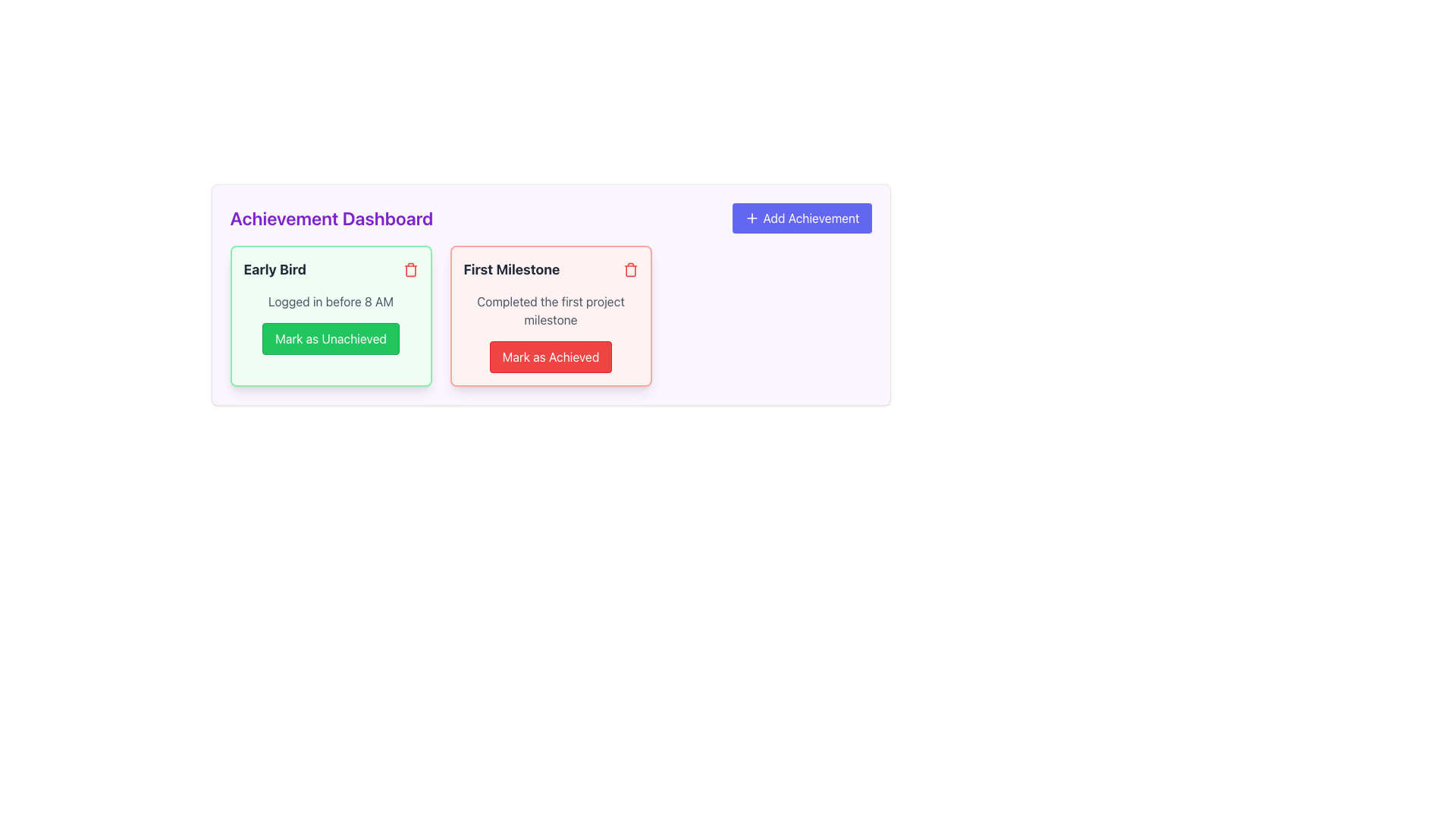 The image size is (1456, 819). I want to click on the icon within the blue 'Add Achievement' button located in the top-right corner of the interface, so click(752, 218).